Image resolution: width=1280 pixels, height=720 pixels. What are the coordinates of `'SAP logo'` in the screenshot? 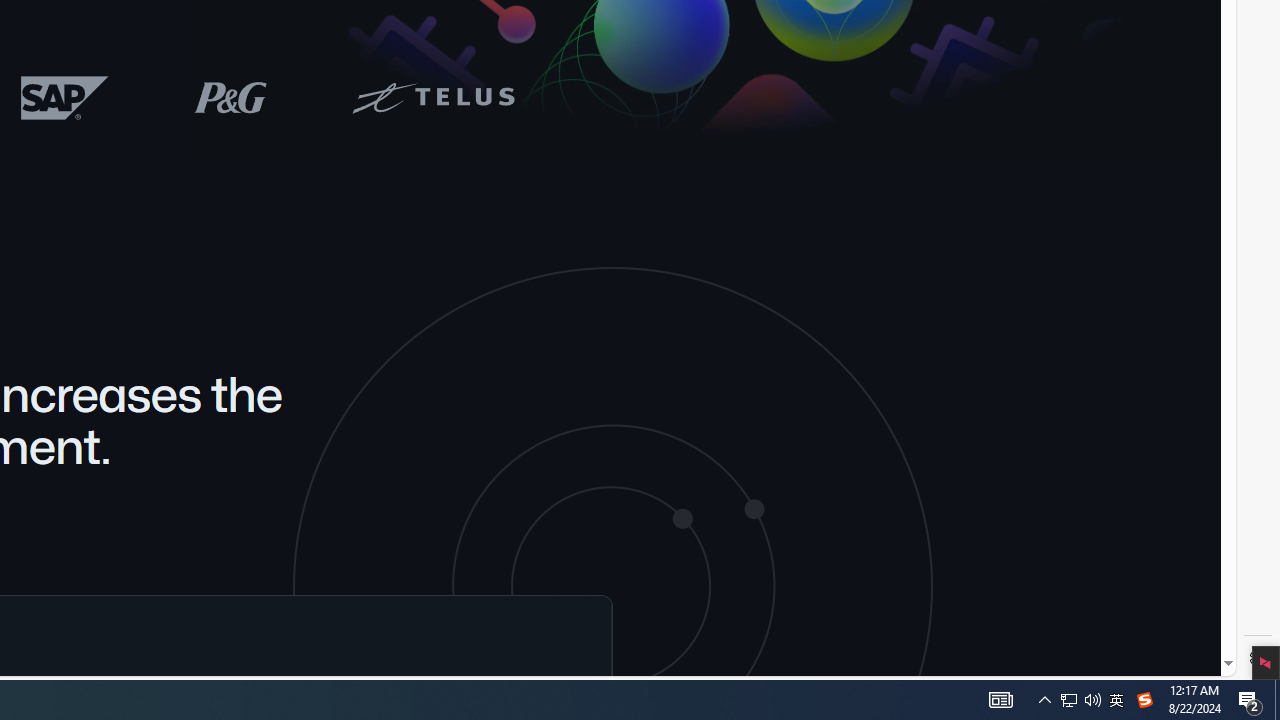 It's located at (65, 97).